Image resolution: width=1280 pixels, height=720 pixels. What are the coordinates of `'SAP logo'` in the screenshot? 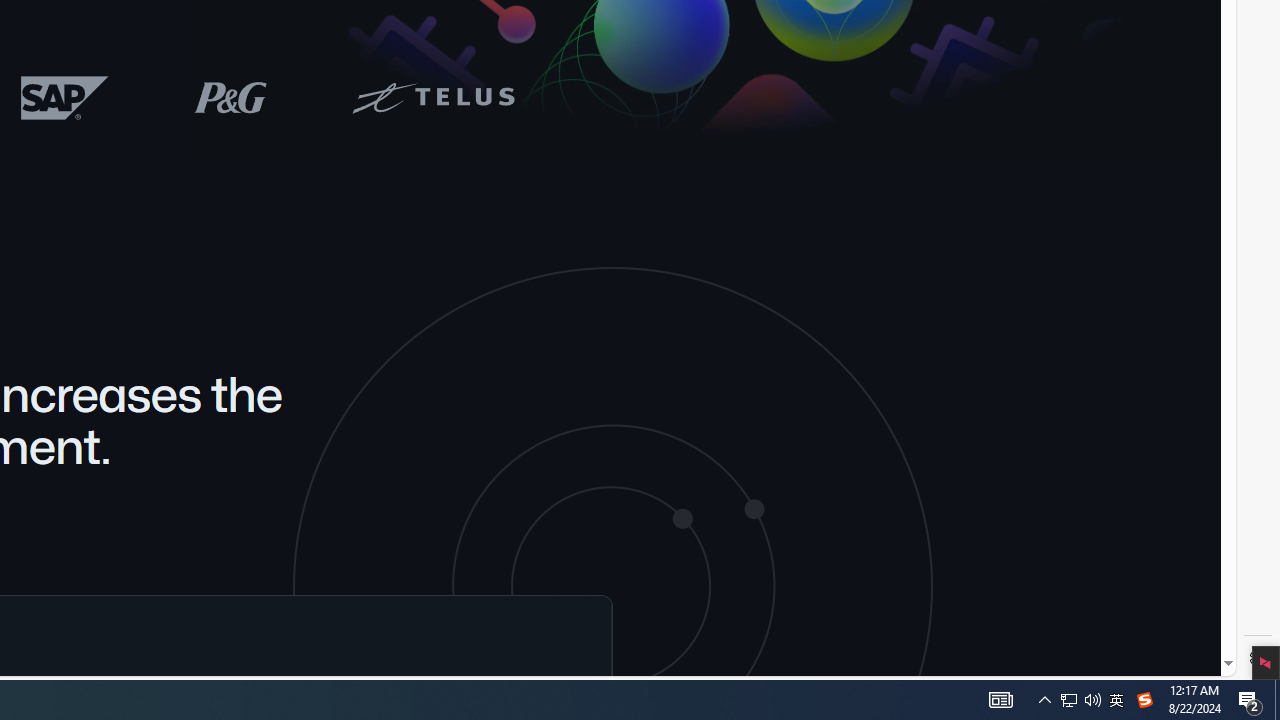 It's located at (65, 97).